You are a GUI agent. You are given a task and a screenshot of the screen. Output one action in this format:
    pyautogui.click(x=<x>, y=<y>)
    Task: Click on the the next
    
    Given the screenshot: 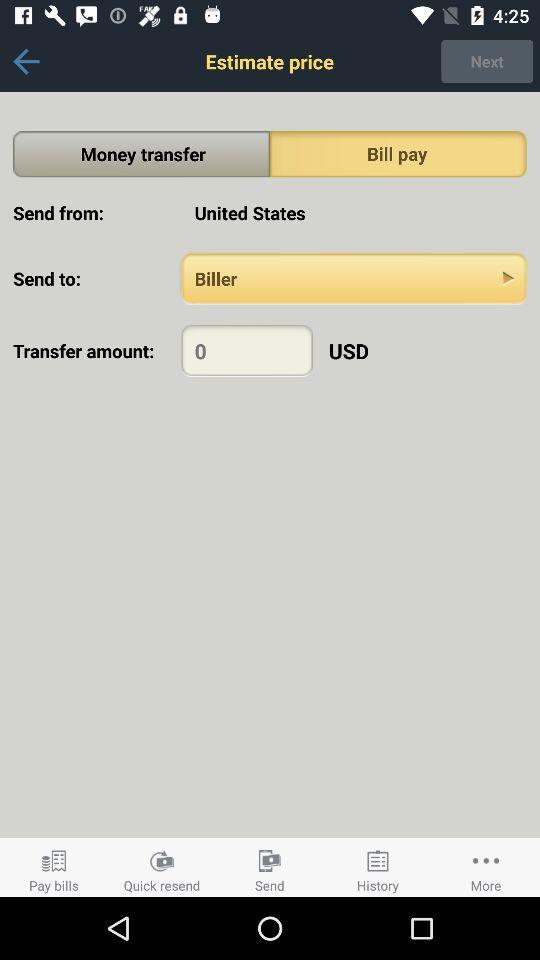 What is the action you would take?
    pyautogui.click(x=486, y=61)
    